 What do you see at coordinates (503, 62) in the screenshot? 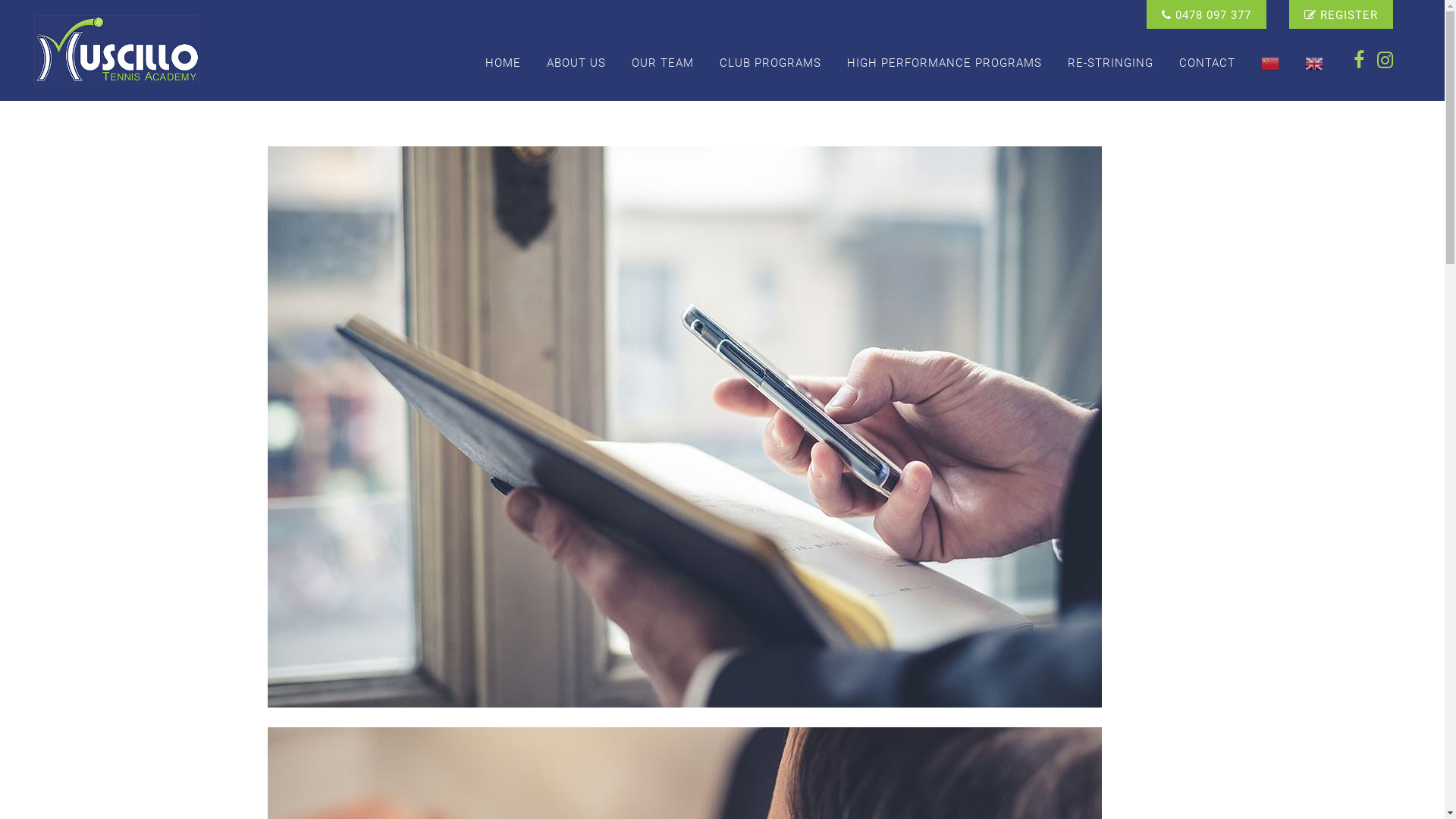
I see `'HOME'` at bounding box center [503, 62].